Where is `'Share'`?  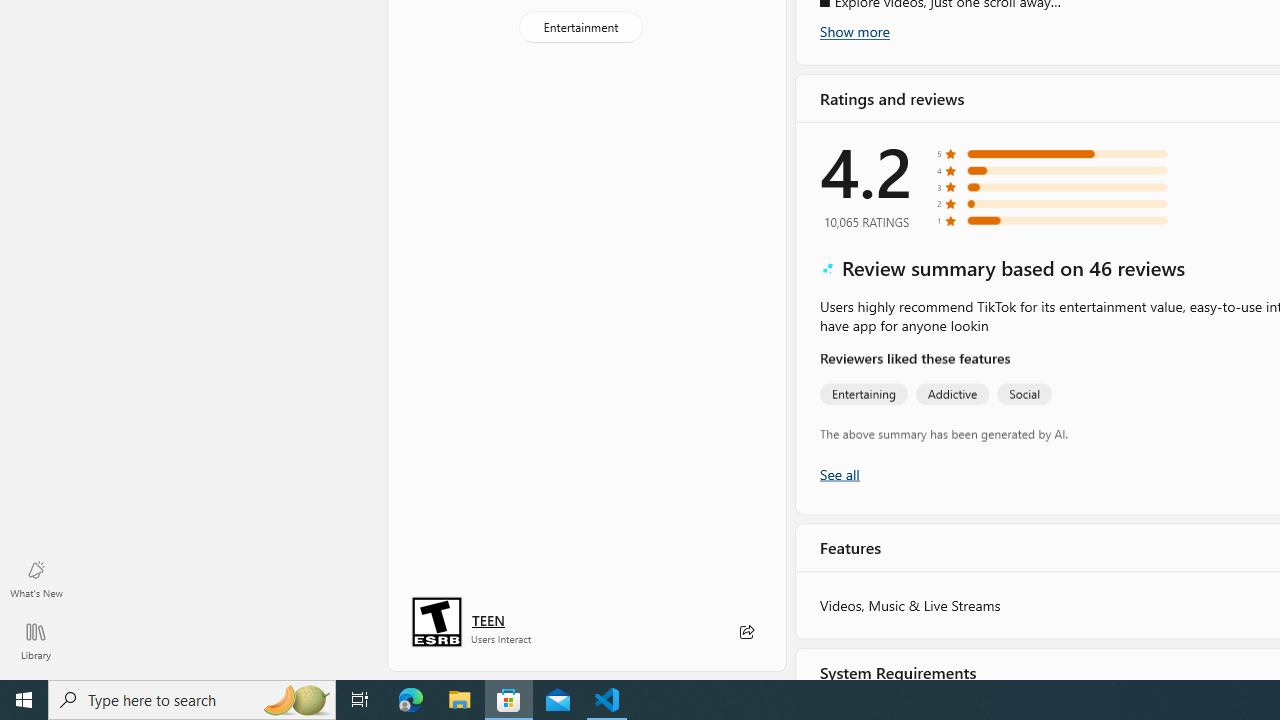 'Share' is located at coordinates (745, 632).